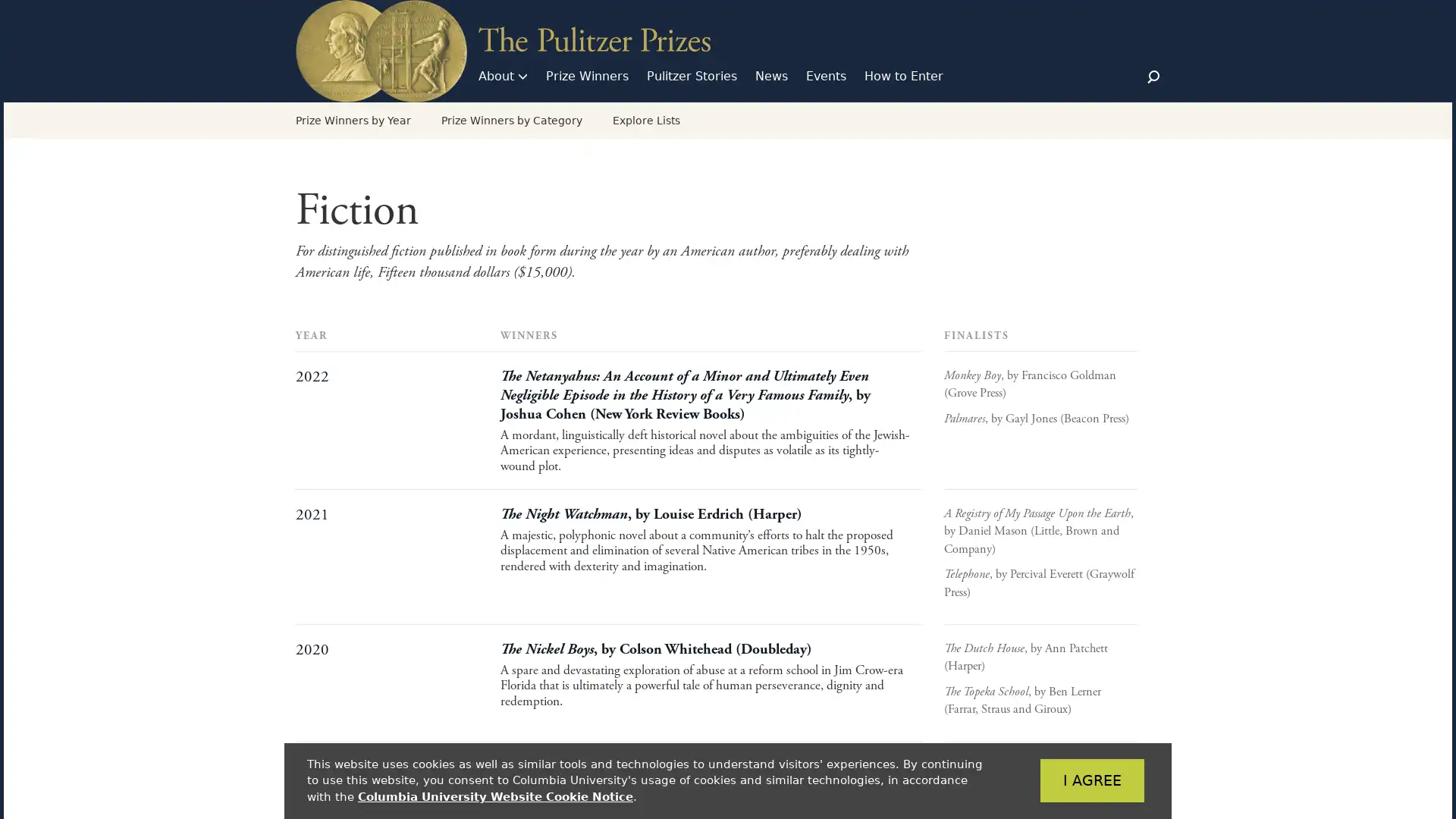  What do you see at coordinates (1068, 780) in the screenshot?
I see `Close Cookie Notice I AGREE` at bounding box center [1068, 780].